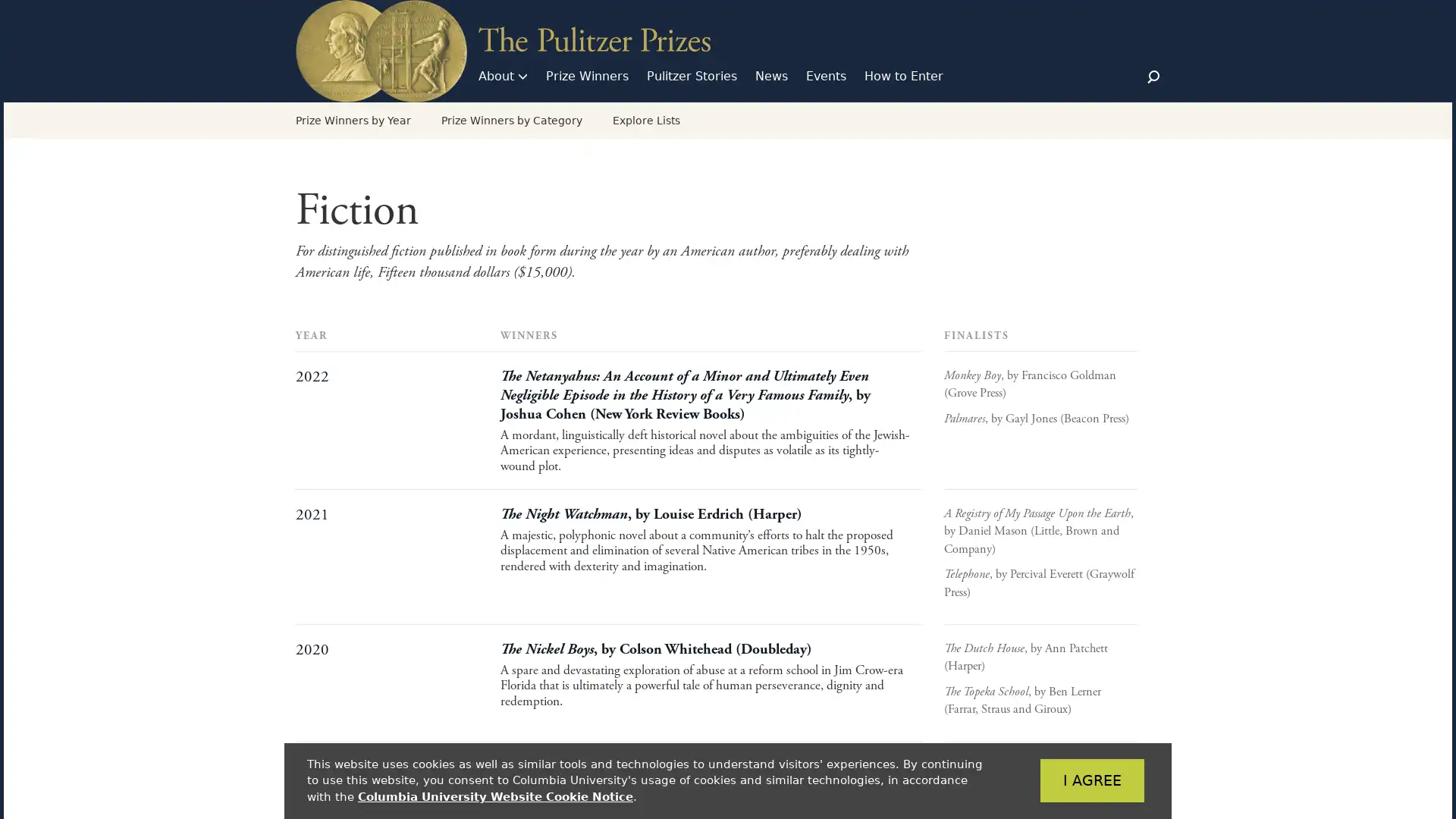  What do you see at coordinates (1068, 780) in the screenshot?
I see `Close Cookie Notice I AGREE` at bounding box center [1068, 780].